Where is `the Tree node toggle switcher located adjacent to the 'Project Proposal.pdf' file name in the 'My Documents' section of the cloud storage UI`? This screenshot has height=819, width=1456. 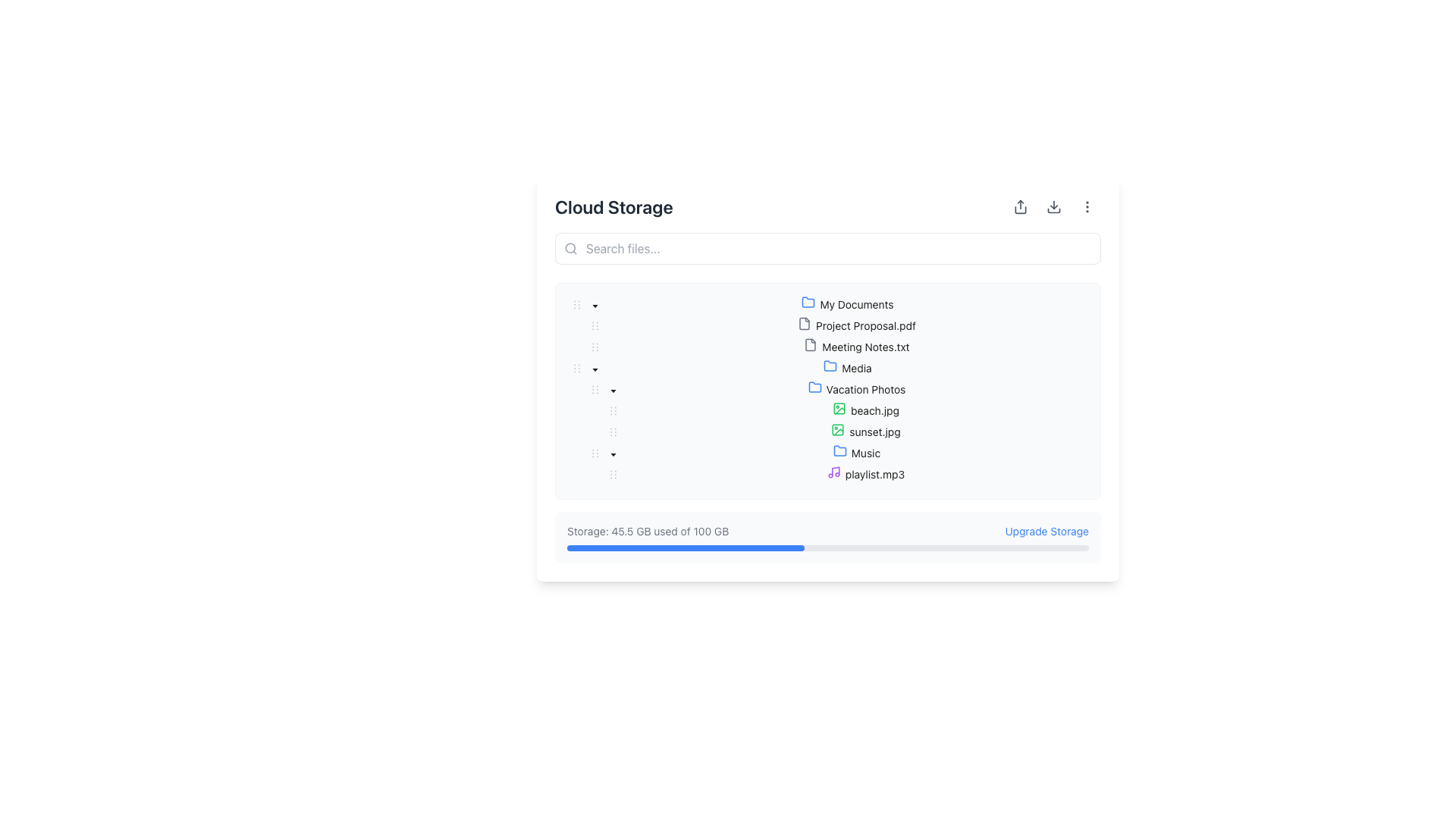
the Tree node toggle switcher located adjacent to the 'Project Proposal.pdf' file name in the 'My Documents' section of the cloud storage UI is located at coordinates (613, 325).